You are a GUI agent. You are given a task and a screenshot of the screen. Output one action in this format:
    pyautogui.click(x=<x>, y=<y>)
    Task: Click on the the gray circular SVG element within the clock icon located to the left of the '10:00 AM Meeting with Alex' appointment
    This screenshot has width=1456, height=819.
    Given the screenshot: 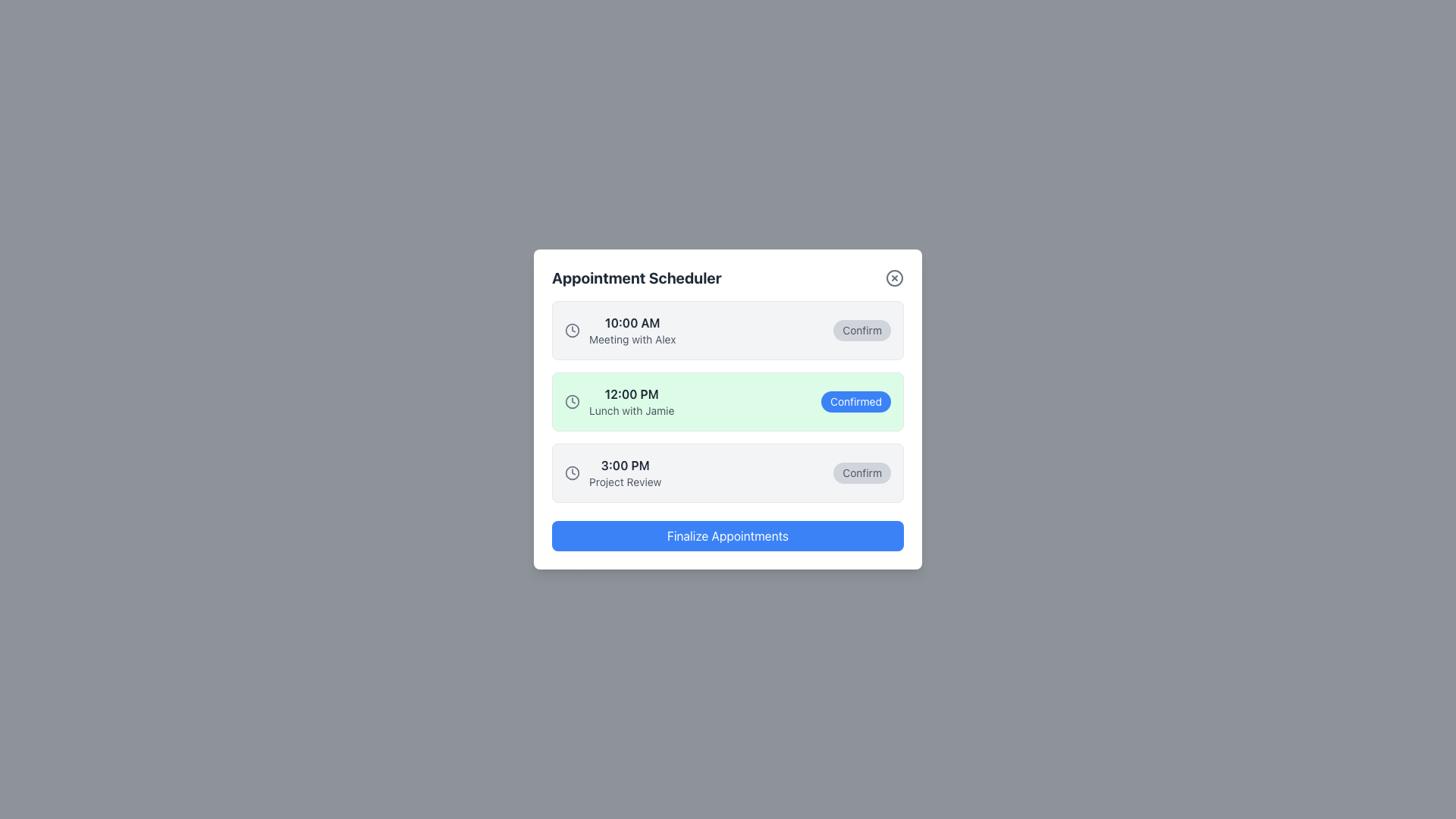 What is the action you would take?
    pyautogui.click(x=571, y=472)
    